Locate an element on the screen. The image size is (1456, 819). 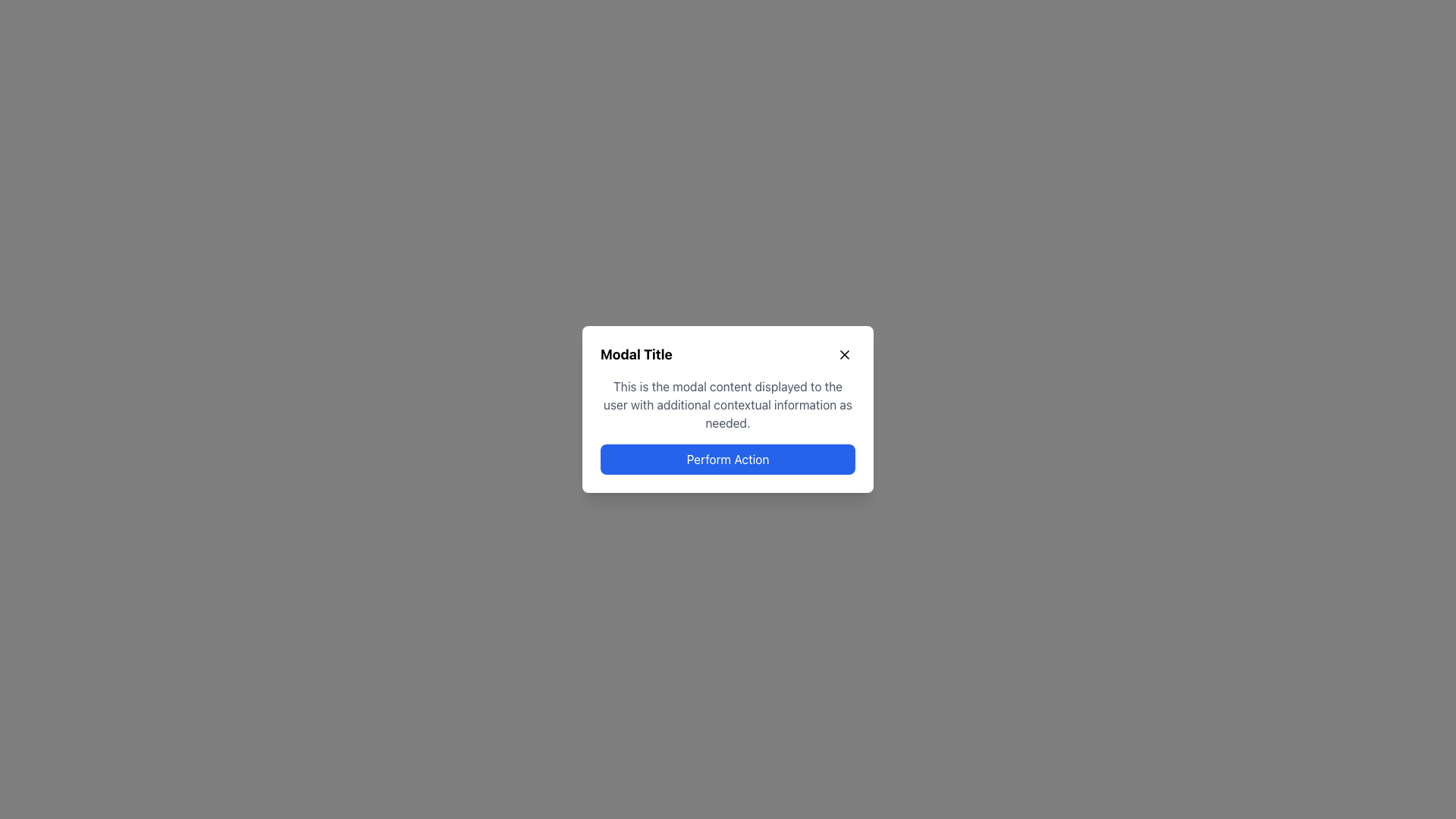
the blue button with white text reading 'Perform Action', located at the bottom of the modal dialog box is located at coordinates (728, 458).